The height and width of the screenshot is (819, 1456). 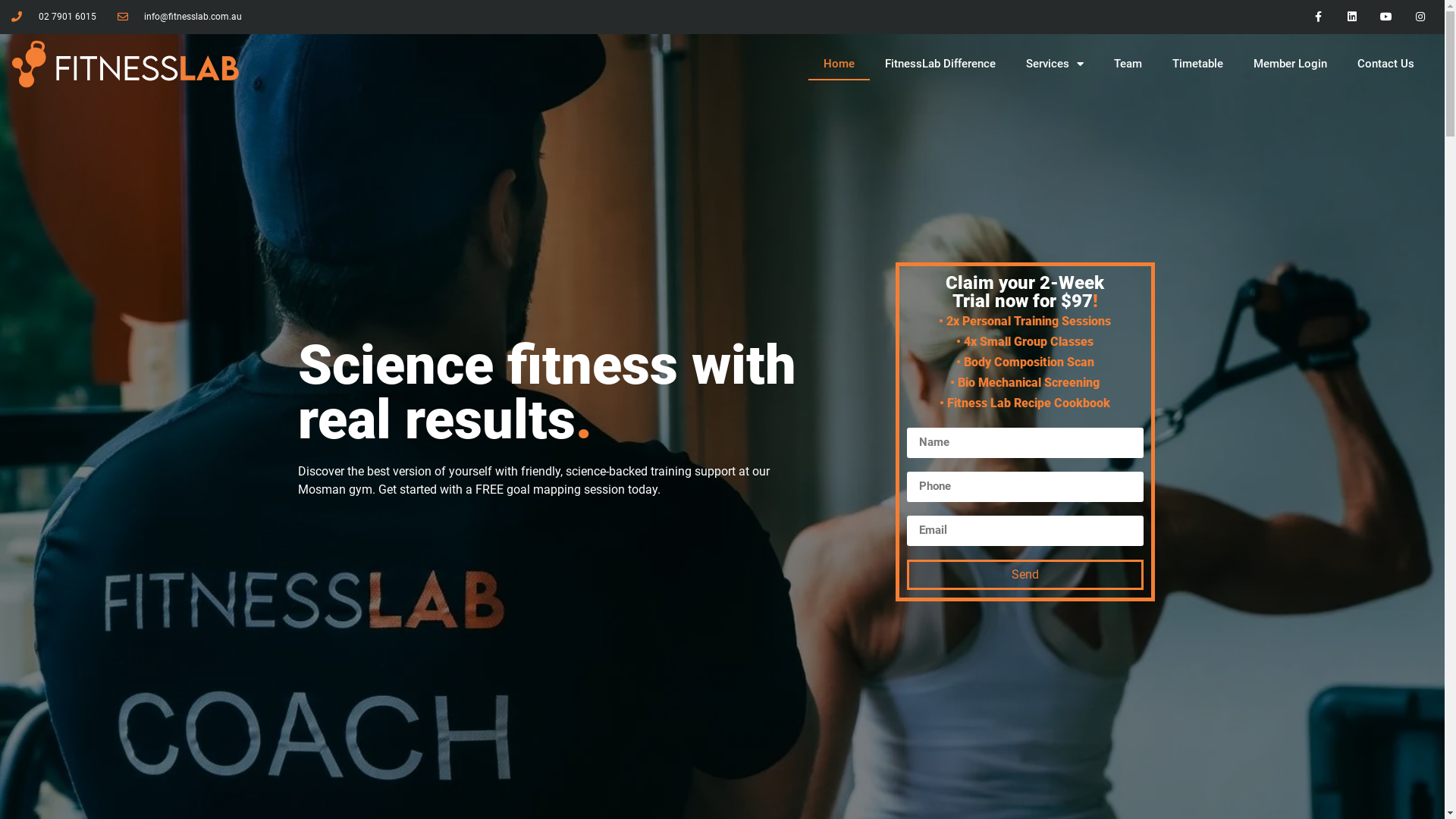 What do you see at coordinates (838, 63) in the screenshot?
I see `'Home'` at bounding box center [838, 63].